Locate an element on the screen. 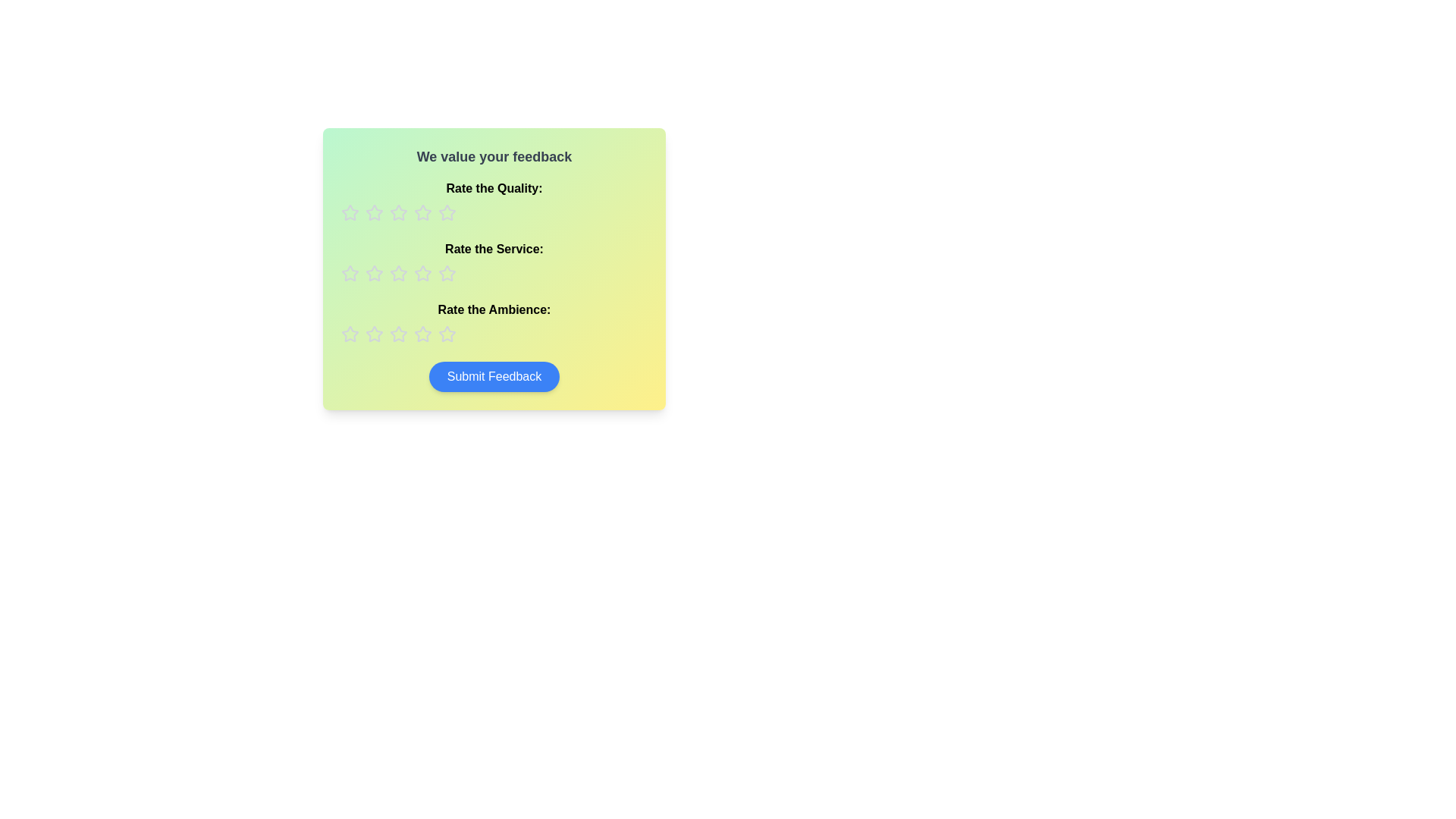 The image size is (1456, 819). the second star in the row labeled 'Rate the Service:' to assign a score is located at coordinates (399, 273).